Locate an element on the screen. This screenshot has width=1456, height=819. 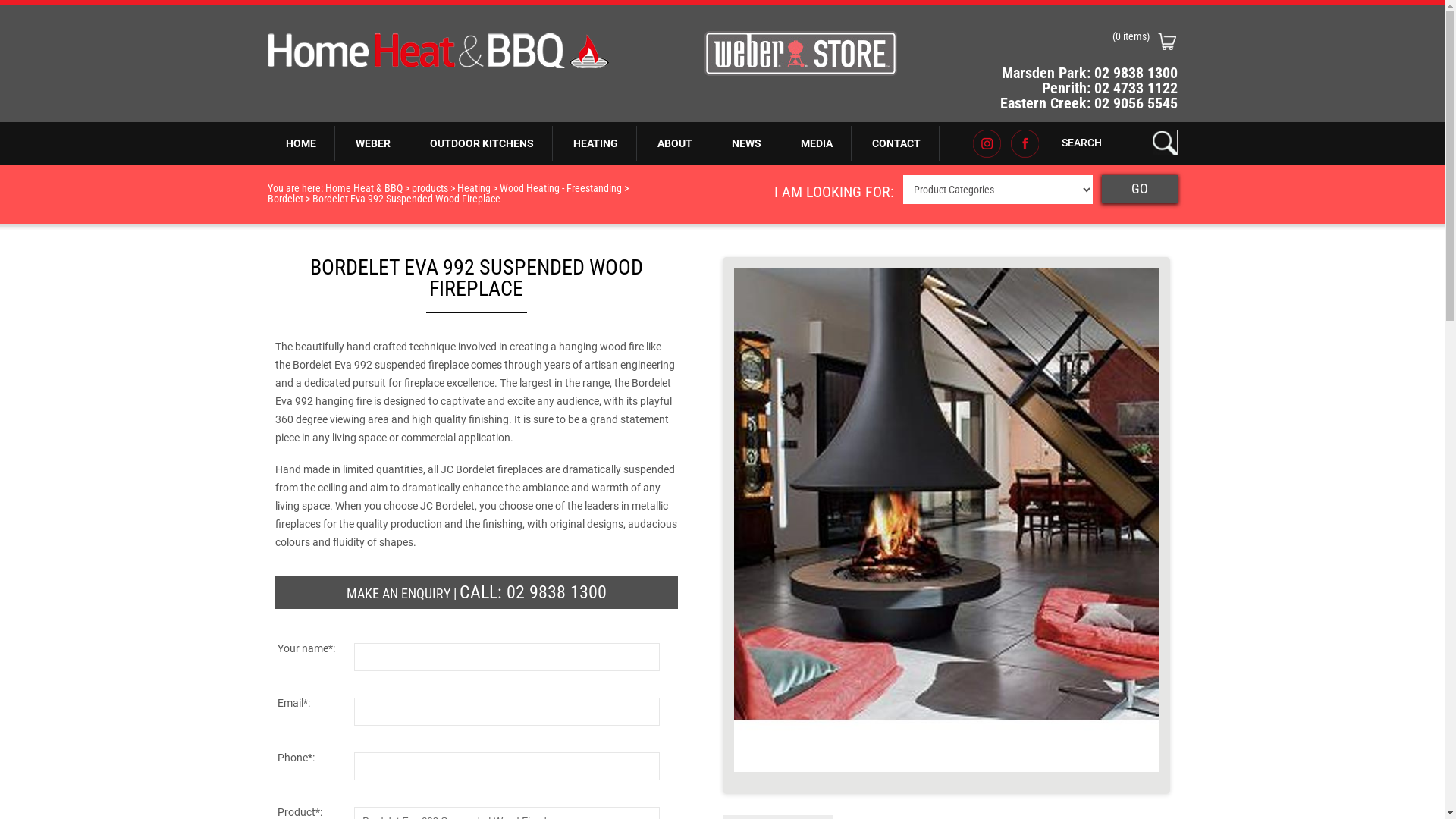
'Heating' is located at coordinates (472, 187).